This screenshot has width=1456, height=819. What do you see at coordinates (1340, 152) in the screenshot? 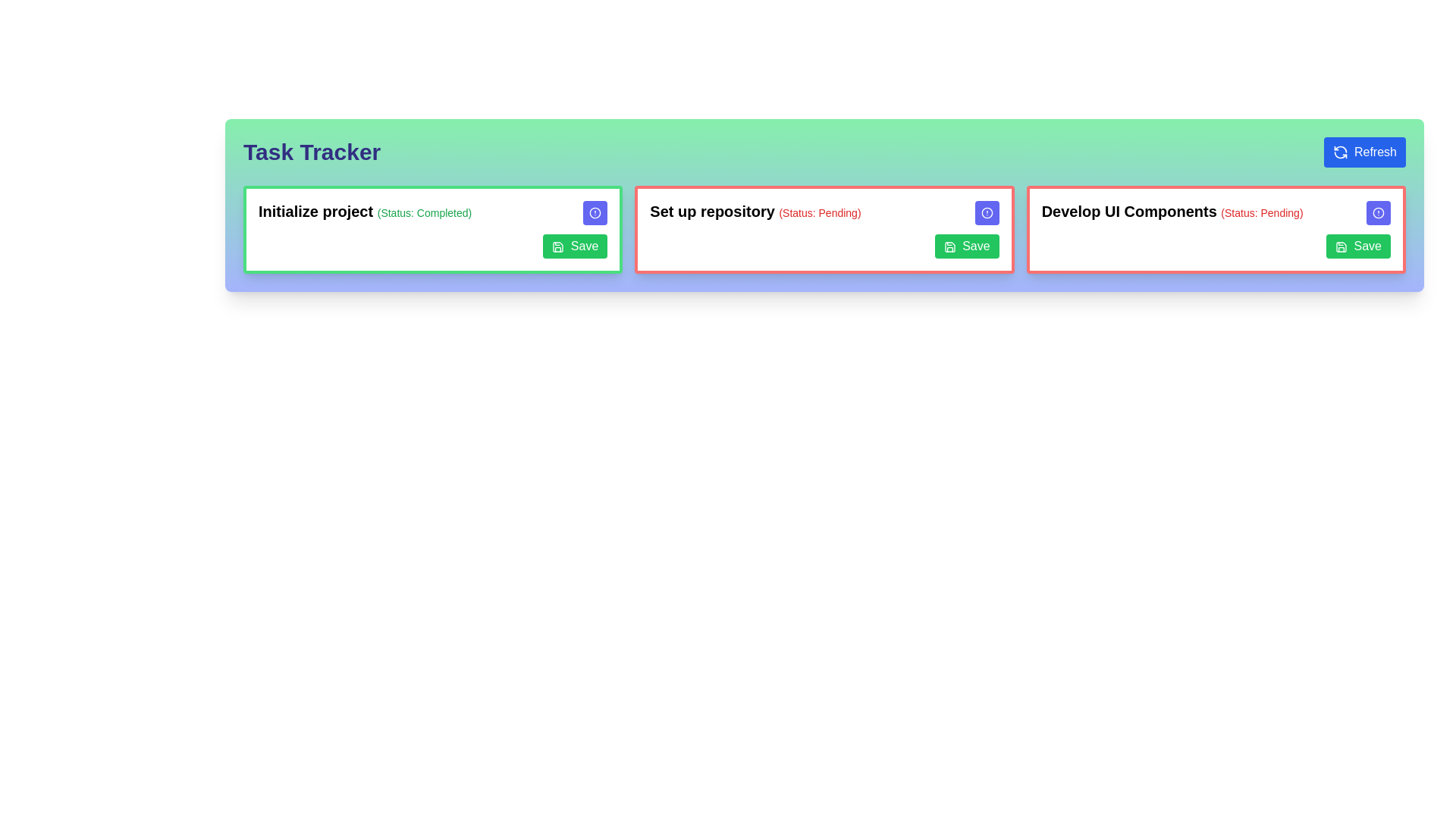
I see `the refresh icon, which is a circular arrow on a blue button labeled 'Refresh', located at the top-right corner of the interface` at bounding box center [1340, 152].